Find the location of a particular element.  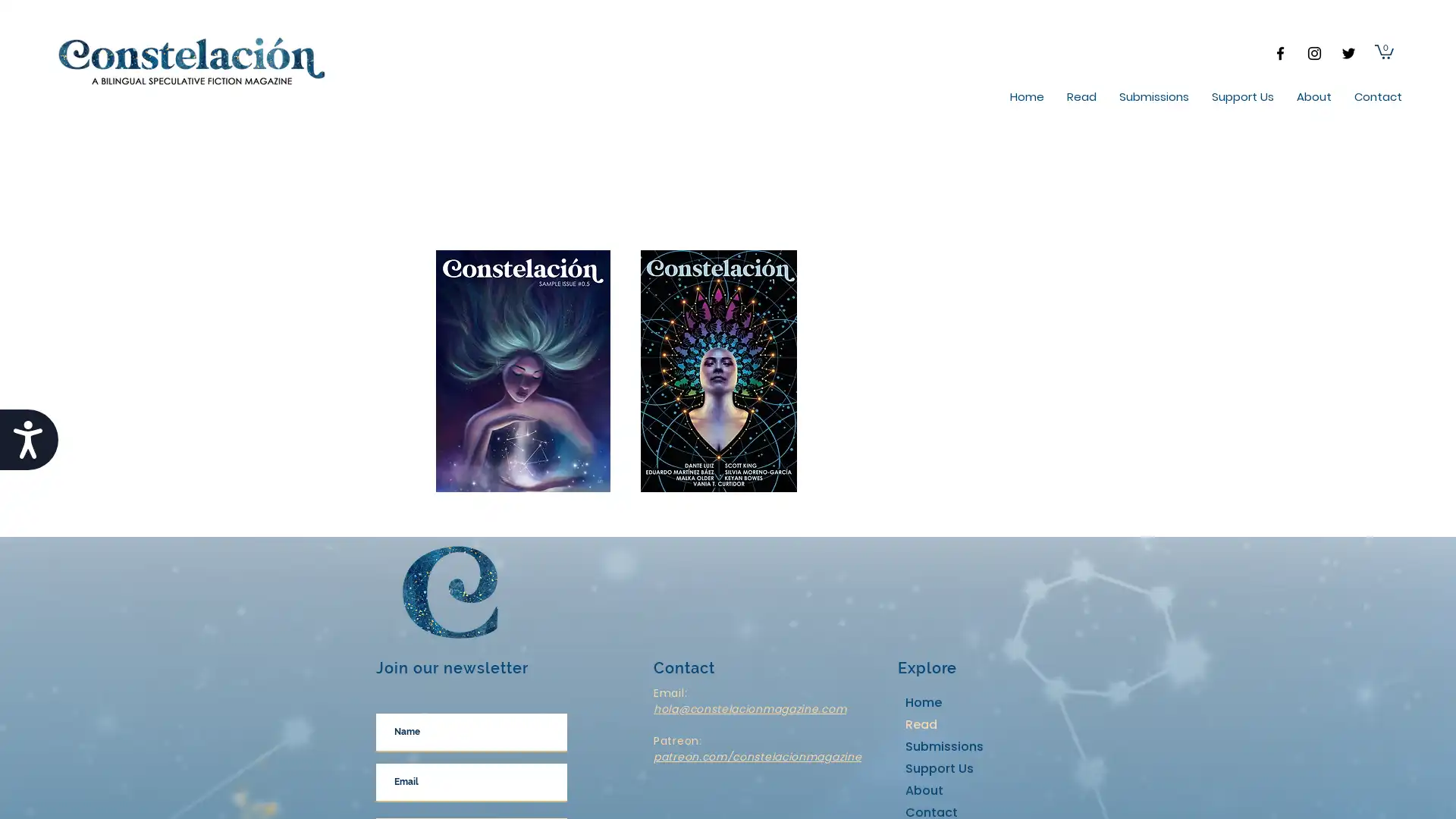

Close is located at coordinates (1437, 792).